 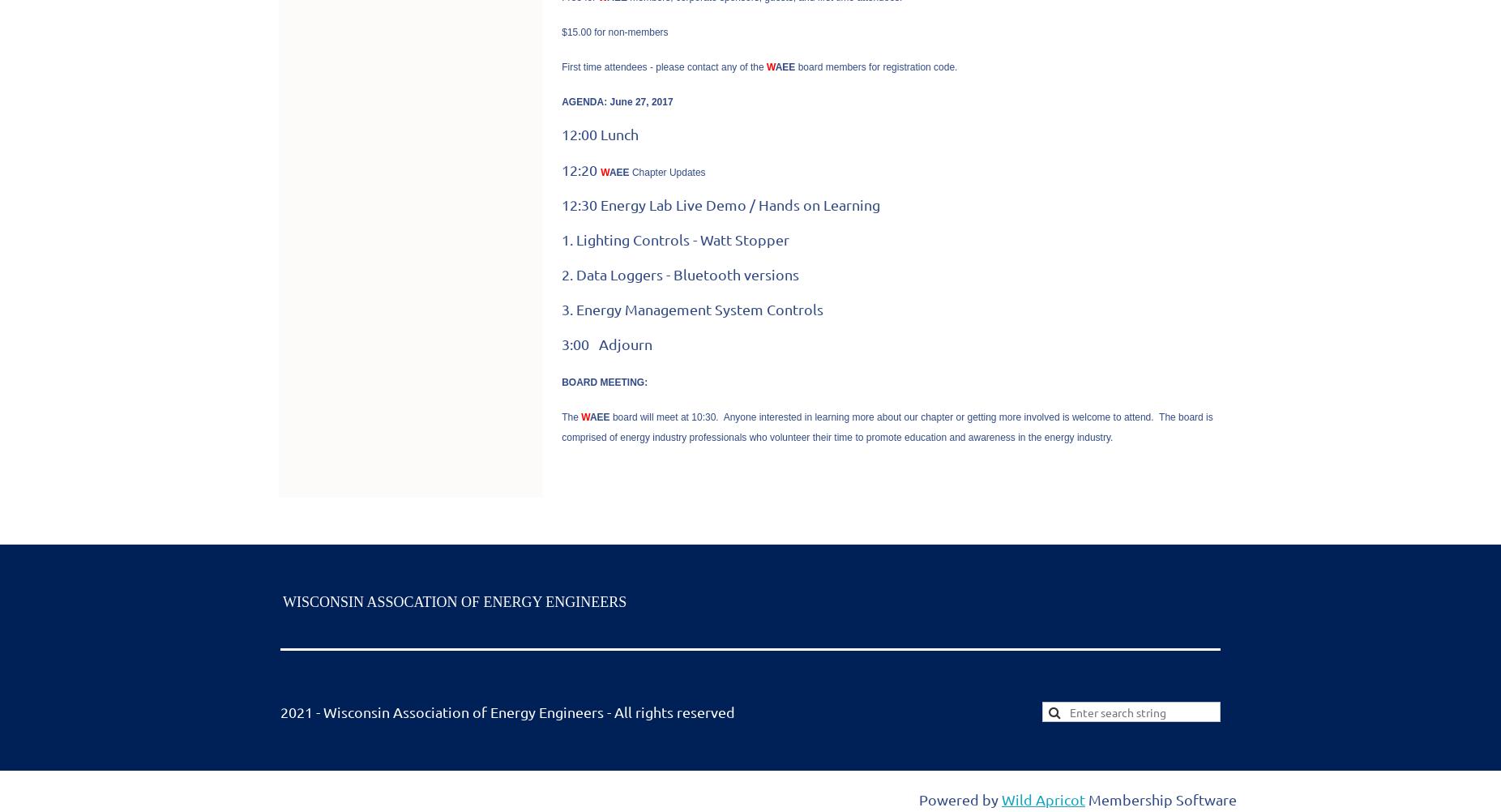 What do you see at coordinates (1043, 797) in the screenshot?
I see `'Wild Apricot'` at bounding box center [1043, 797].